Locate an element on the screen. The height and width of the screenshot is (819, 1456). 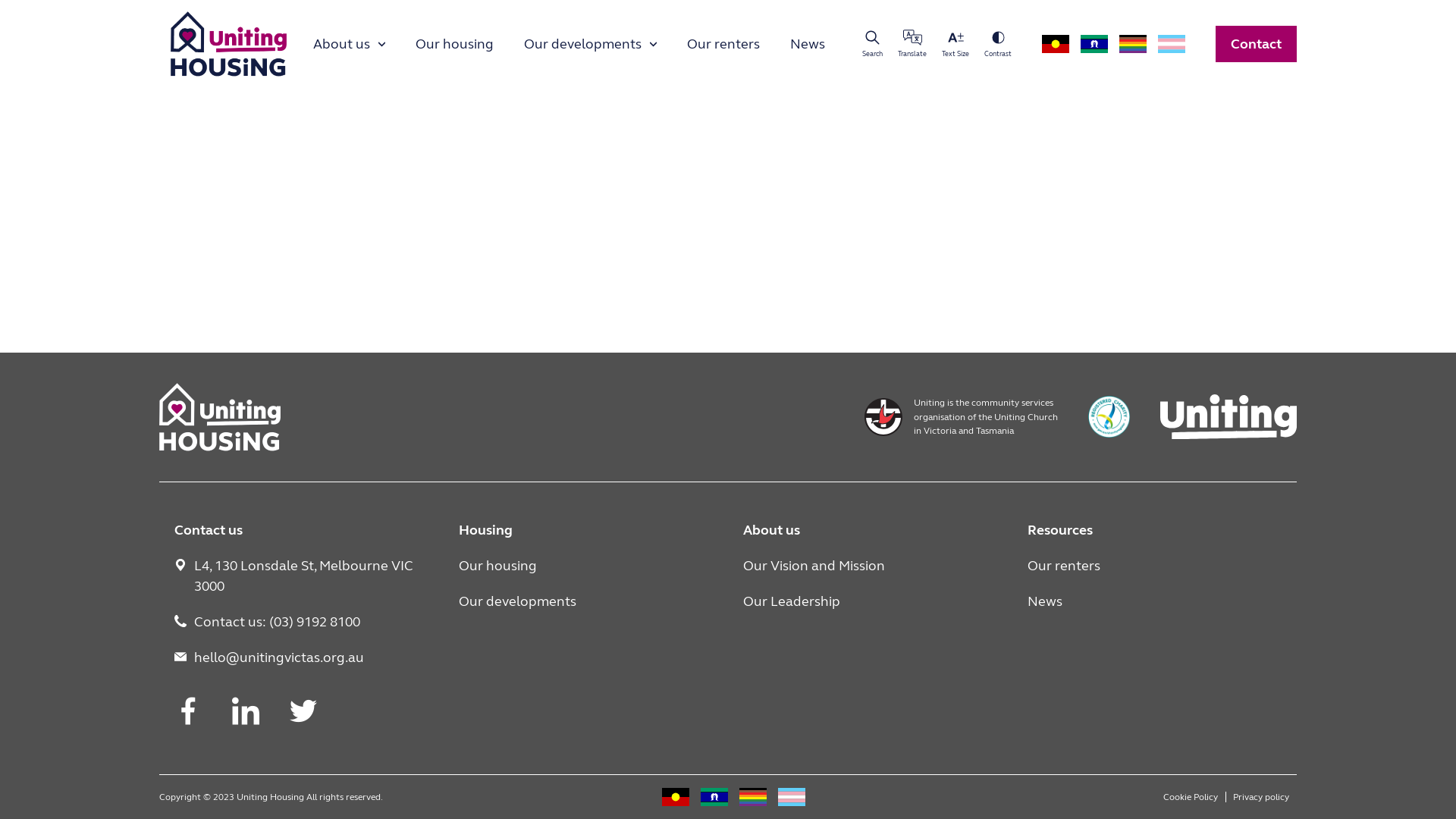
'Contact' is located at coordinates (1216, 42).